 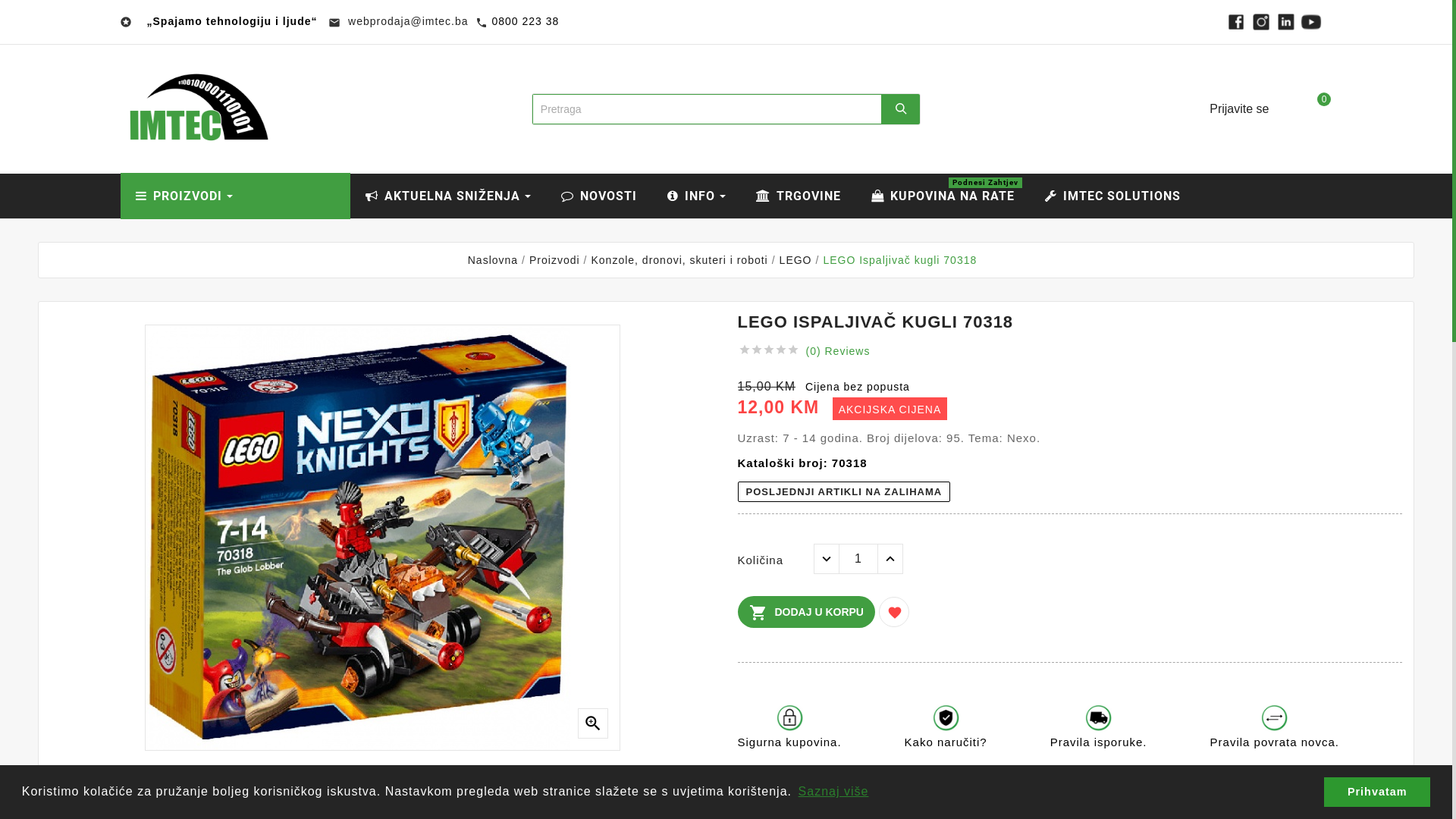 What do you see at coordinates (598, 195) in the screenshot?
I see `'NOVOSTI'` at bounding box center [598, 195].